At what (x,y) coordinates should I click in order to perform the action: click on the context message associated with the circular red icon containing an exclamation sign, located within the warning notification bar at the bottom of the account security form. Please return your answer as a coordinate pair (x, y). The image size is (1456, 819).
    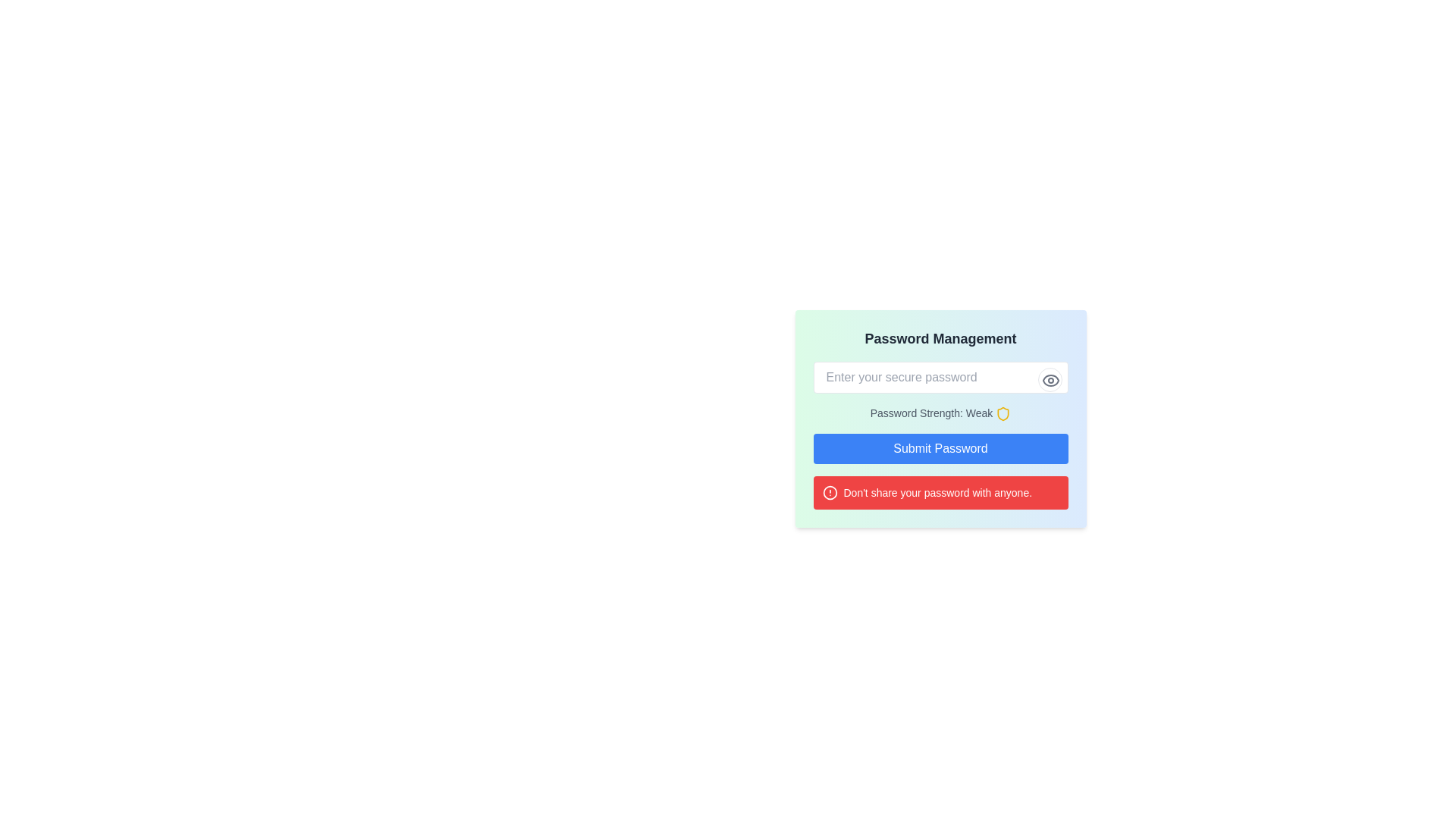
    Looking at the image, I should click on (829, 493).